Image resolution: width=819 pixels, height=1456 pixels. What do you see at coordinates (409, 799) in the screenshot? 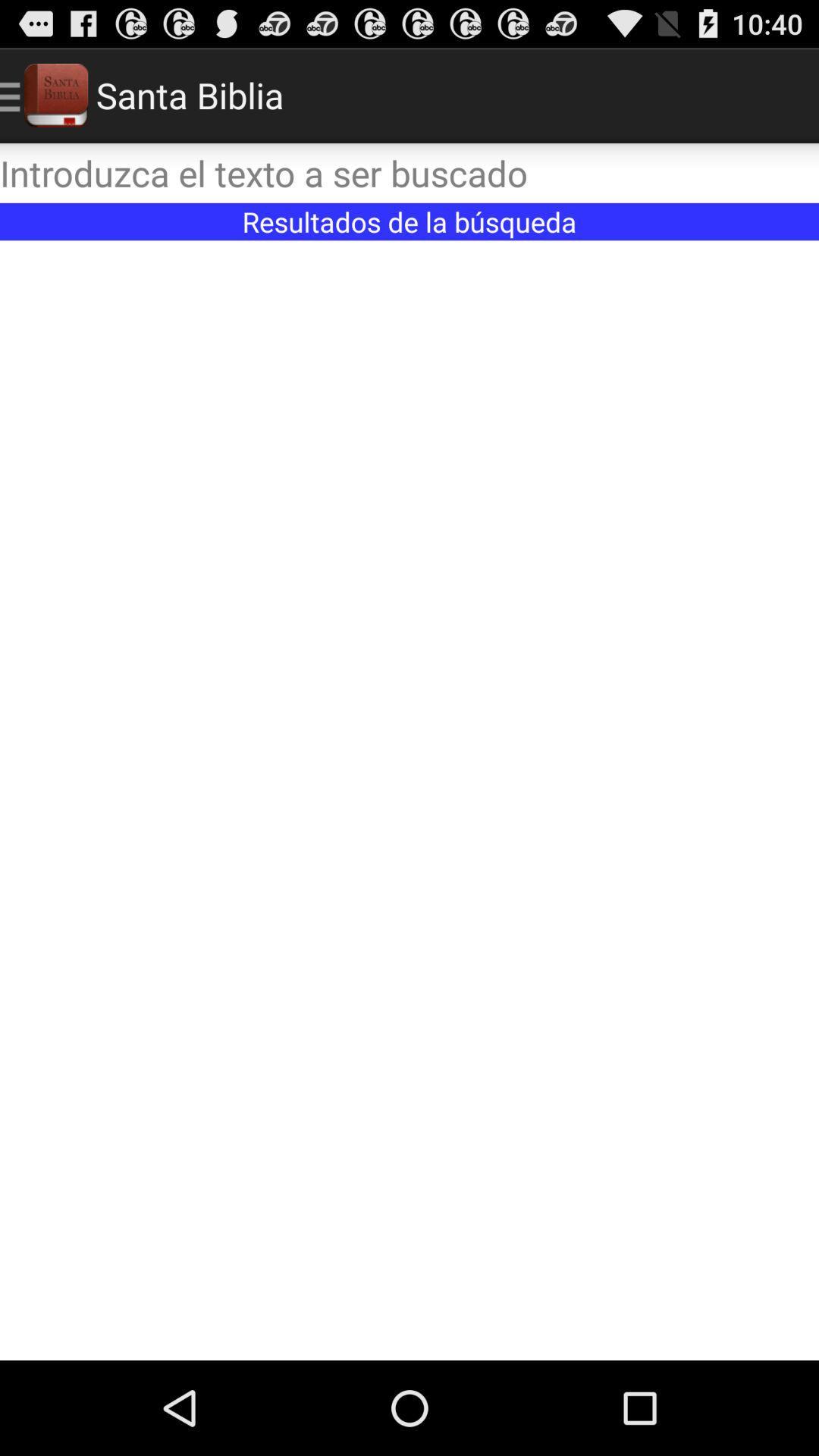
I see `the icon at the center` at bounding box center [409, 799].